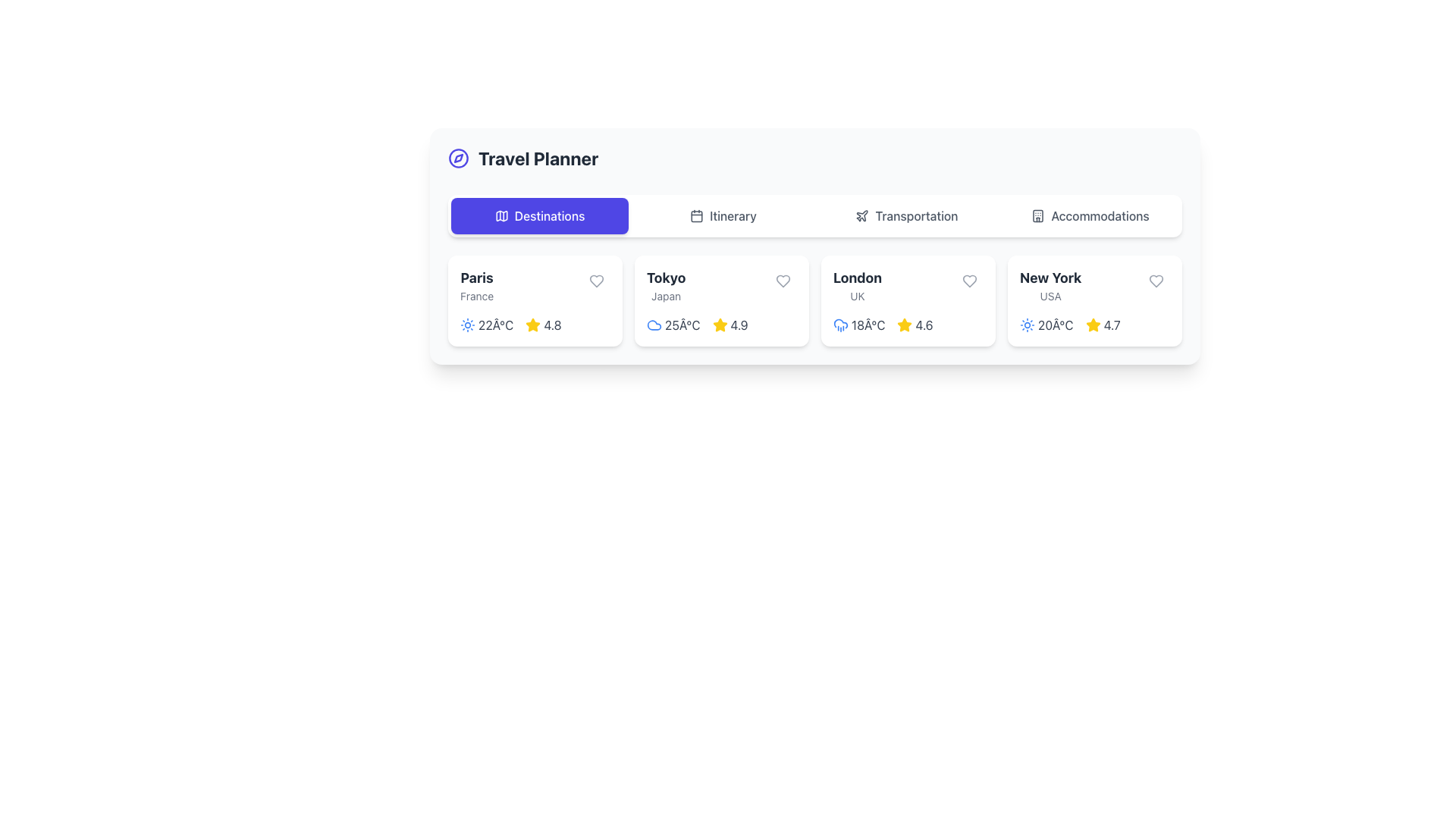 Image resolution: width=1456 pixels, height=819 pixels. What do you see at coordinates (696, 216) in the screenshot?
I see `the small calendar icon in the navigation area labeled 'Itinerary', which features a square outline with rounded corners and small vertical lines at the top` at bounding box center [696, 216].